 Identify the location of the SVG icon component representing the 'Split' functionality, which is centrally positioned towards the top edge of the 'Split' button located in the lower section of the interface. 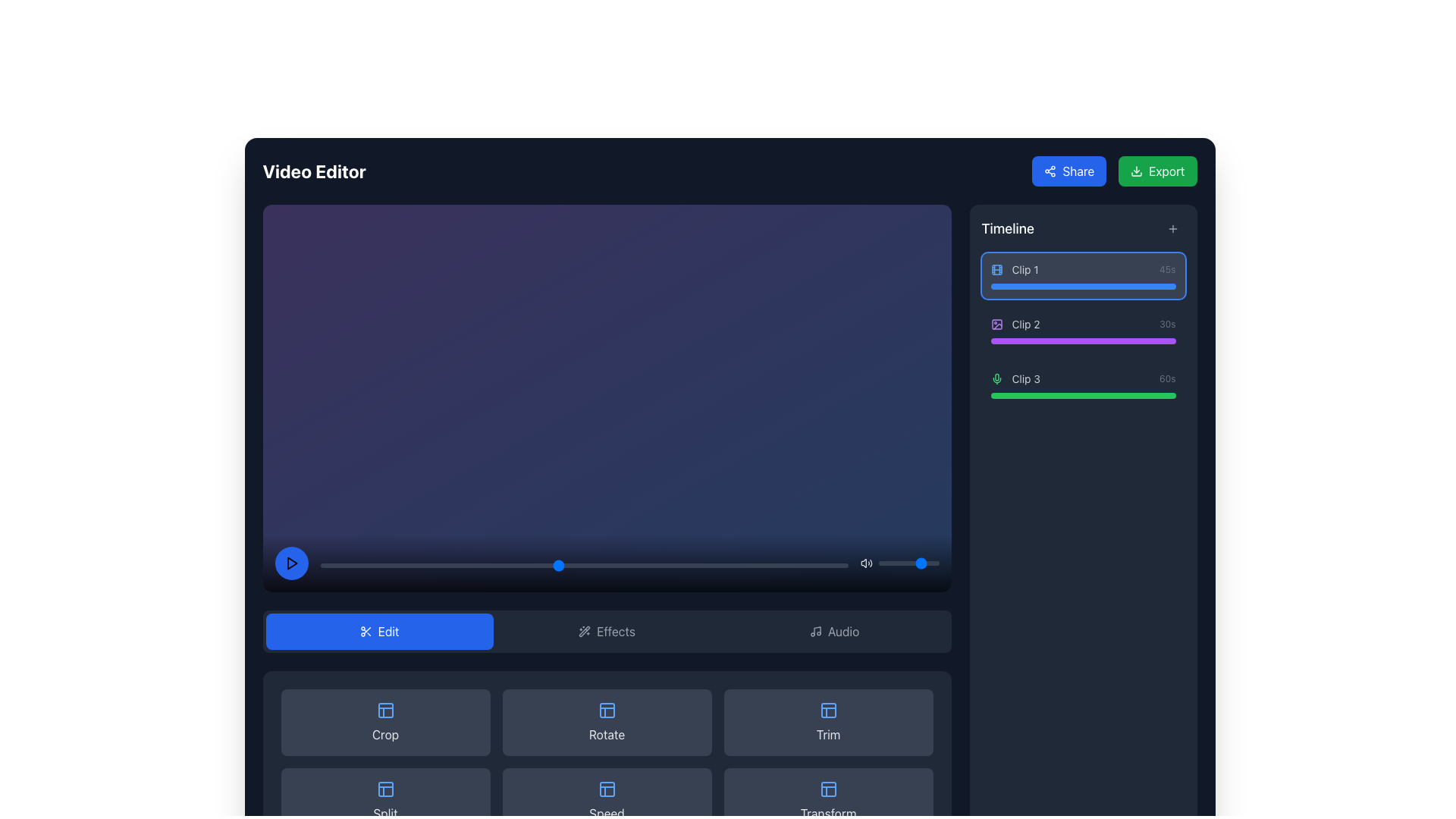
(385, 788).